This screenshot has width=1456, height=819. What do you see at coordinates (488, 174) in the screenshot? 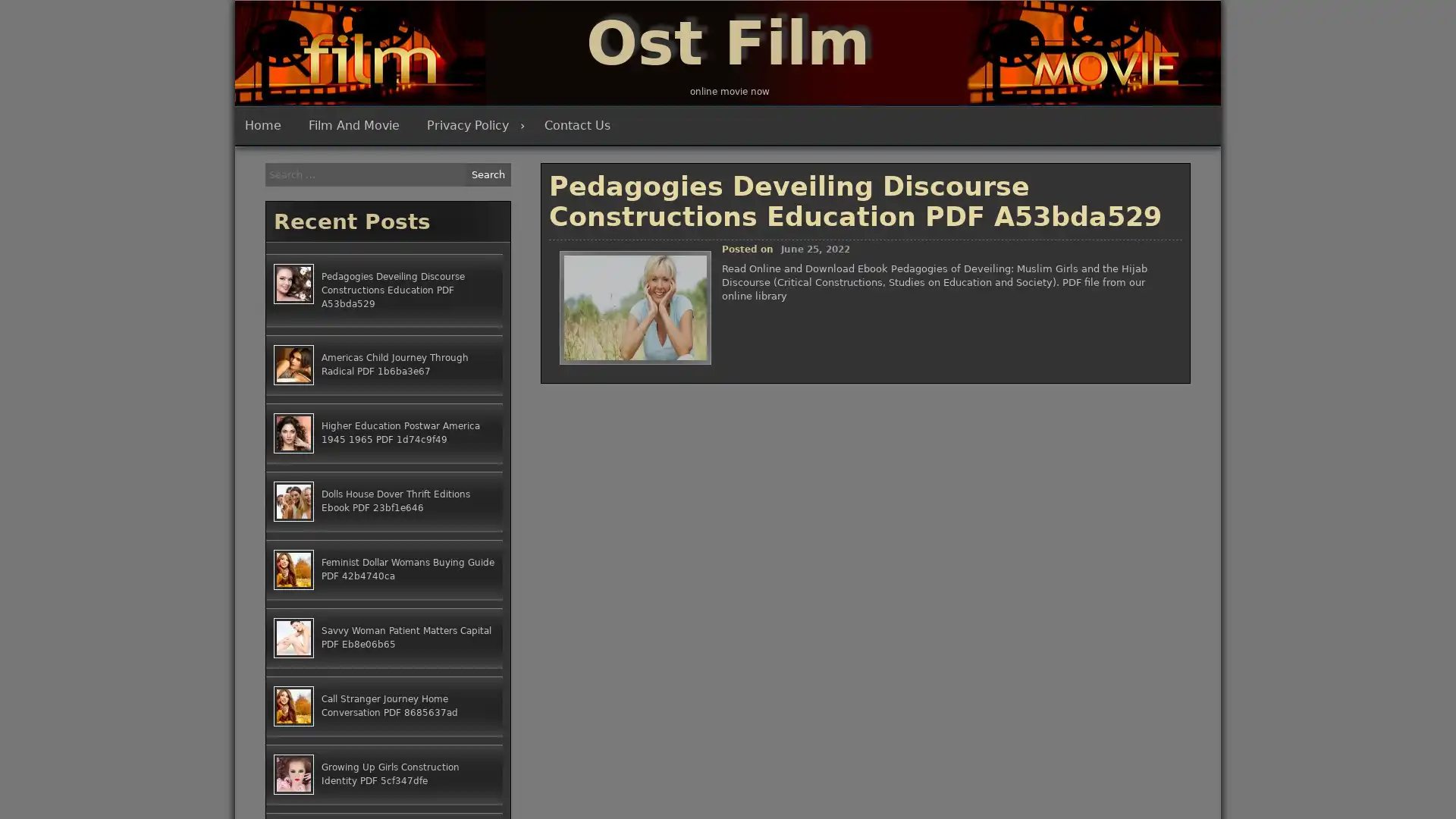
I see `Search` at bounding box center [488, 174].